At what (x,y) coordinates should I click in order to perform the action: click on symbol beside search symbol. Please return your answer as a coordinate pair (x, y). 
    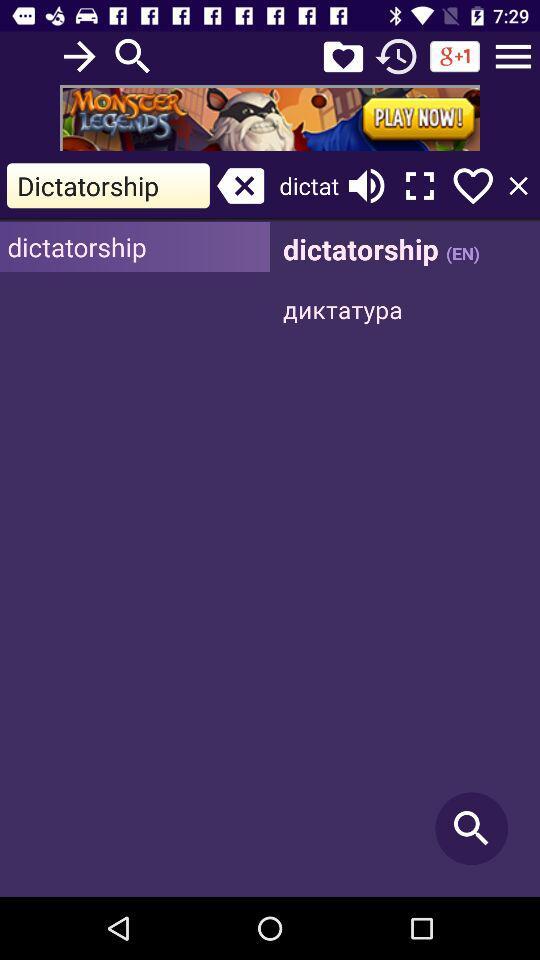
    Looking at the image, I should click on (342, 56).